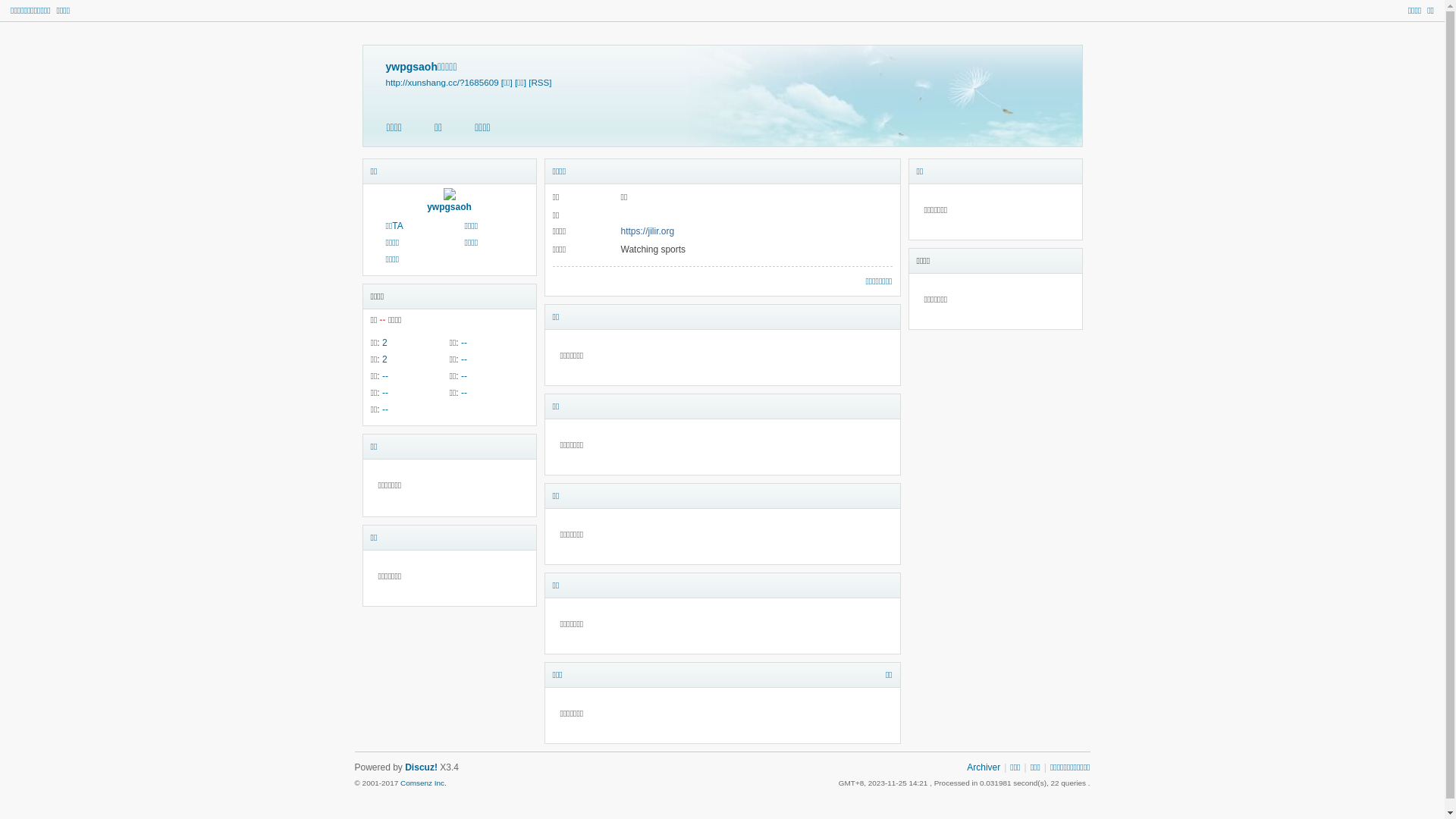 The image size is (1456, 819). Describe the element at coordinates (647, 231) in the screenshot. I see `'https://jilir.org'` at that location.